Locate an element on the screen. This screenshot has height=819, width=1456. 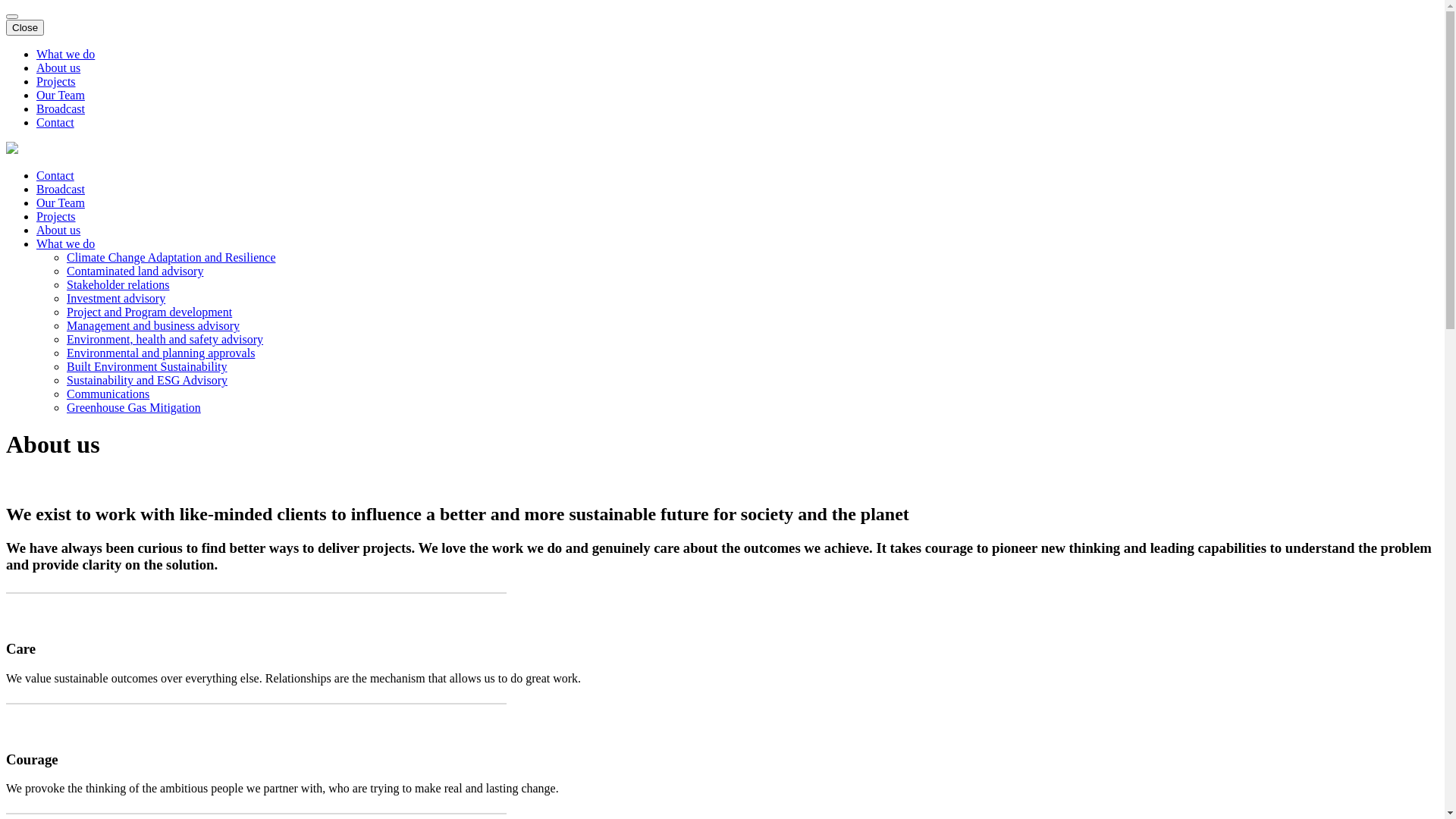
'Project and Program development' is located at coordinates (149, 311).